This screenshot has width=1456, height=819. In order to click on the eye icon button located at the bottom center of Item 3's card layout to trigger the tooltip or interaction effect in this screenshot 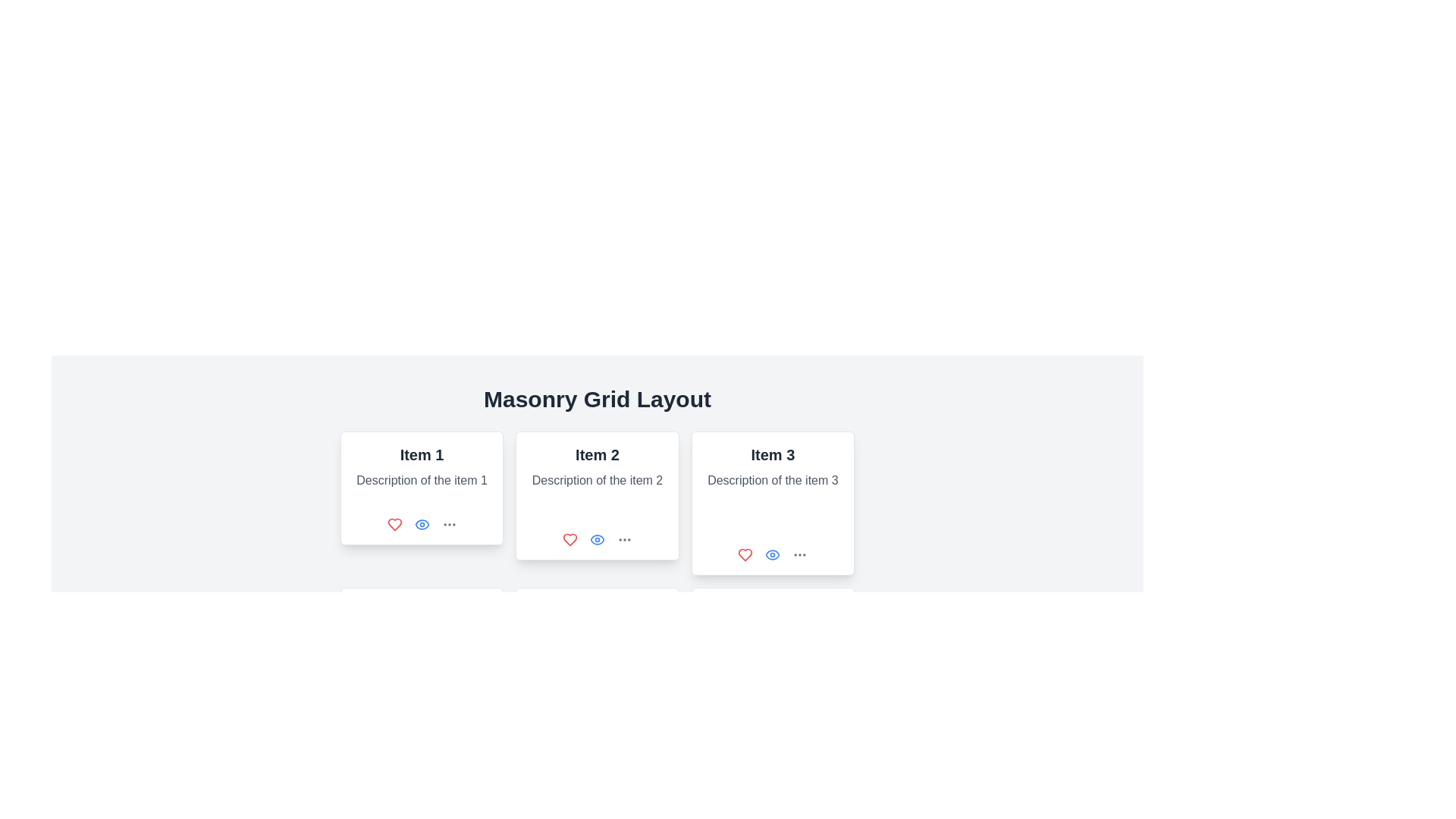, I will do `click(773, 555)`.